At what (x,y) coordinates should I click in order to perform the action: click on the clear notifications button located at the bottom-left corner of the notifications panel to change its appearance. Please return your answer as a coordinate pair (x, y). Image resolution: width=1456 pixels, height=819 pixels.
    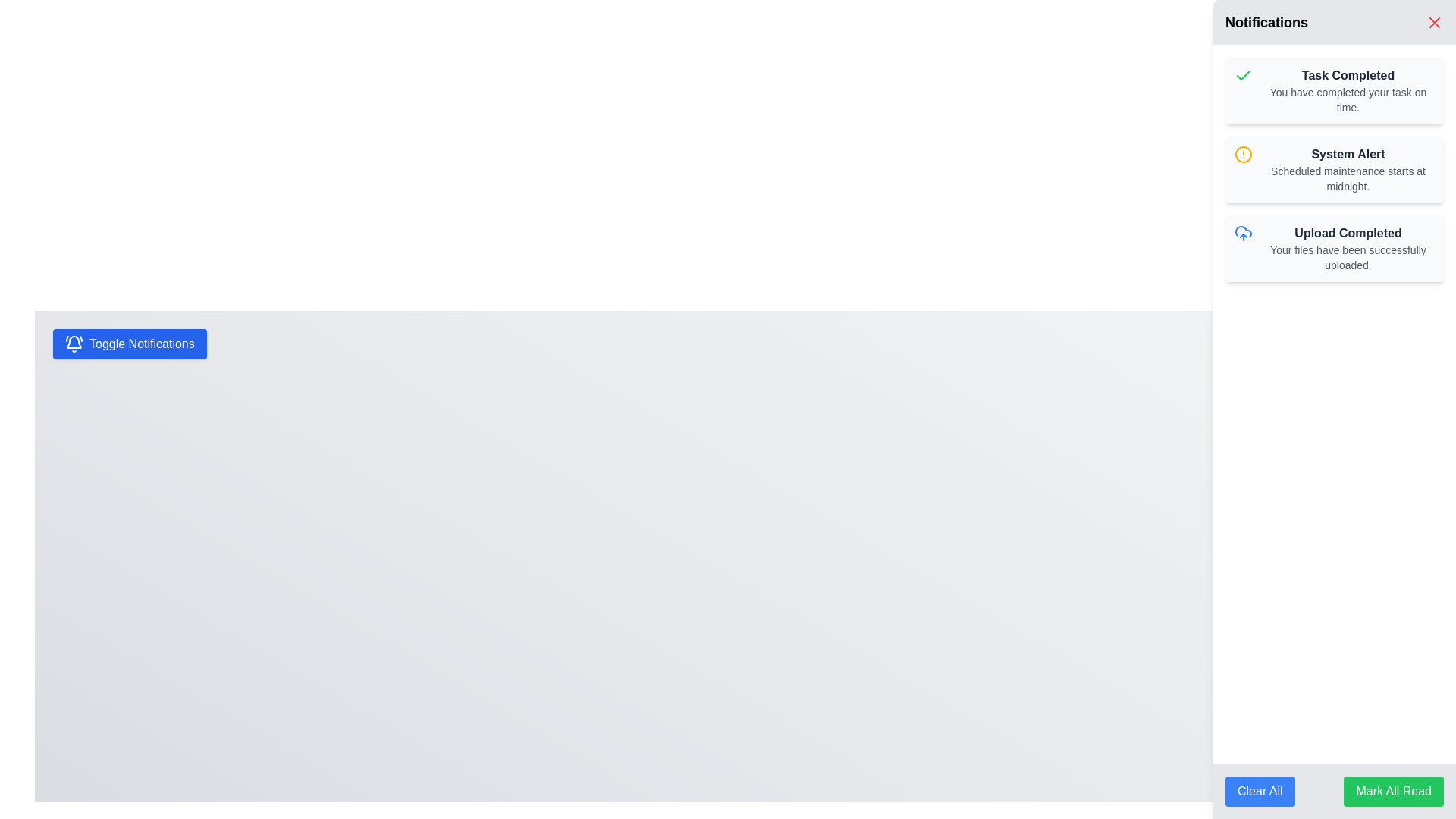
    Looking at the image, I should click on (1260, 791).